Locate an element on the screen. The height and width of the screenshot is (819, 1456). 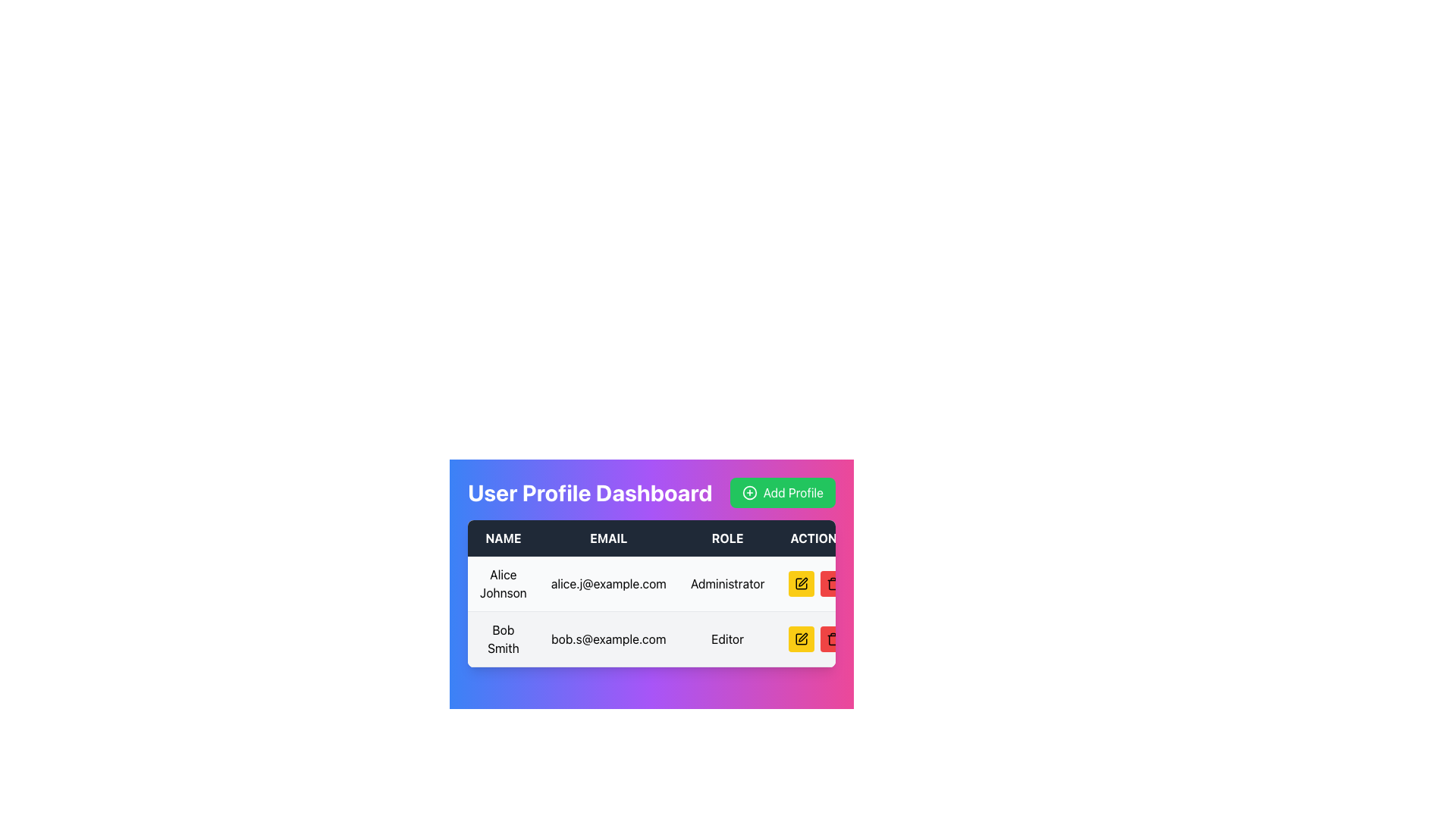
Text Label that serves as the visual label for the email addresses column in the table, positioned between the 'Name' and 'Role' columns is located at coordinates (608, 537).